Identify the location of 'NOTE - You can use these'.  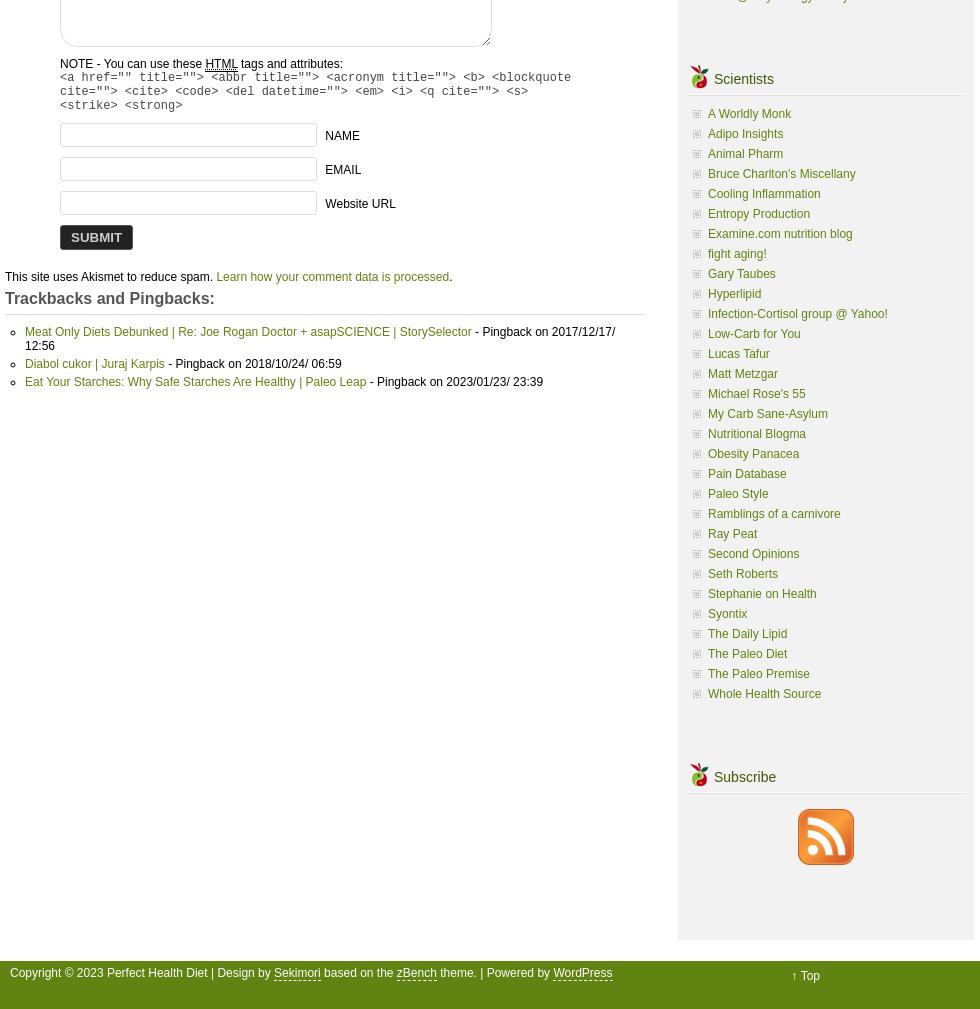
(132, 62).